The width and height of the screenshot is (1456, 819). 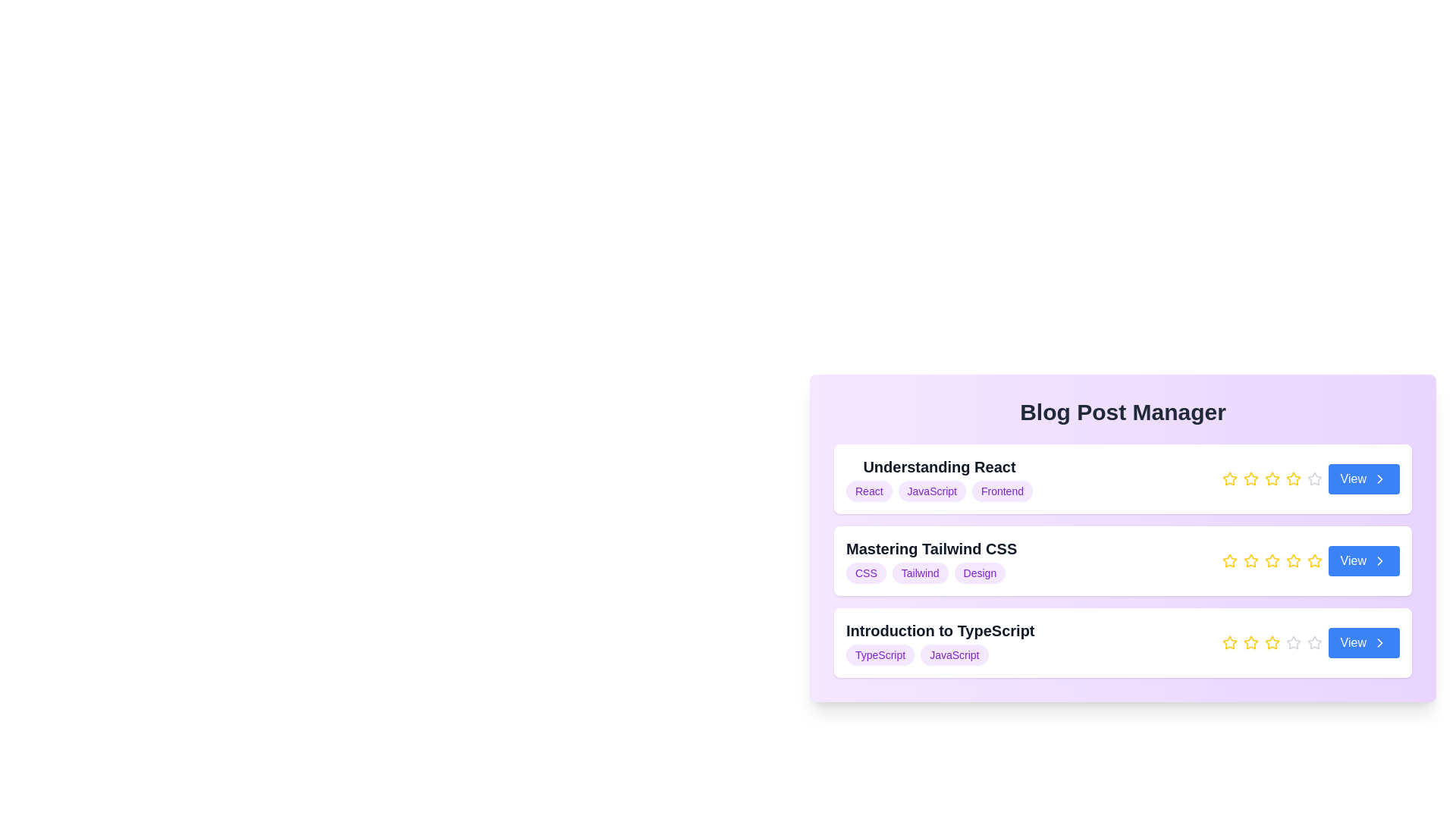 I want to click on the third star in the rating system for the 'Mastering Tailwind CSS' entry to provide user feedback, so click(x=1250, y=561).